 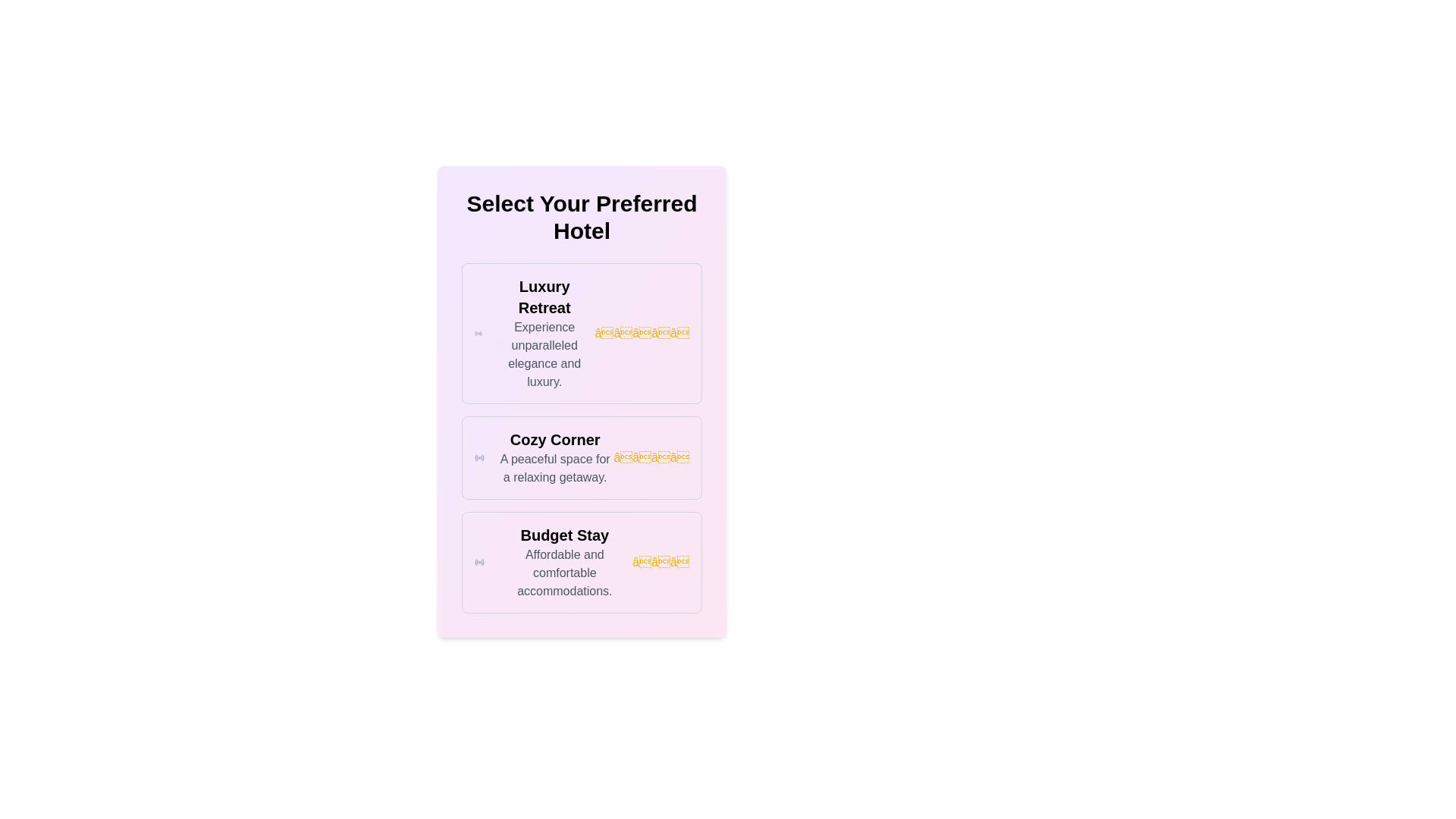 I want to click on the descriptive text block located below the 'Budget Stay' option, so click(x=563, y=573).